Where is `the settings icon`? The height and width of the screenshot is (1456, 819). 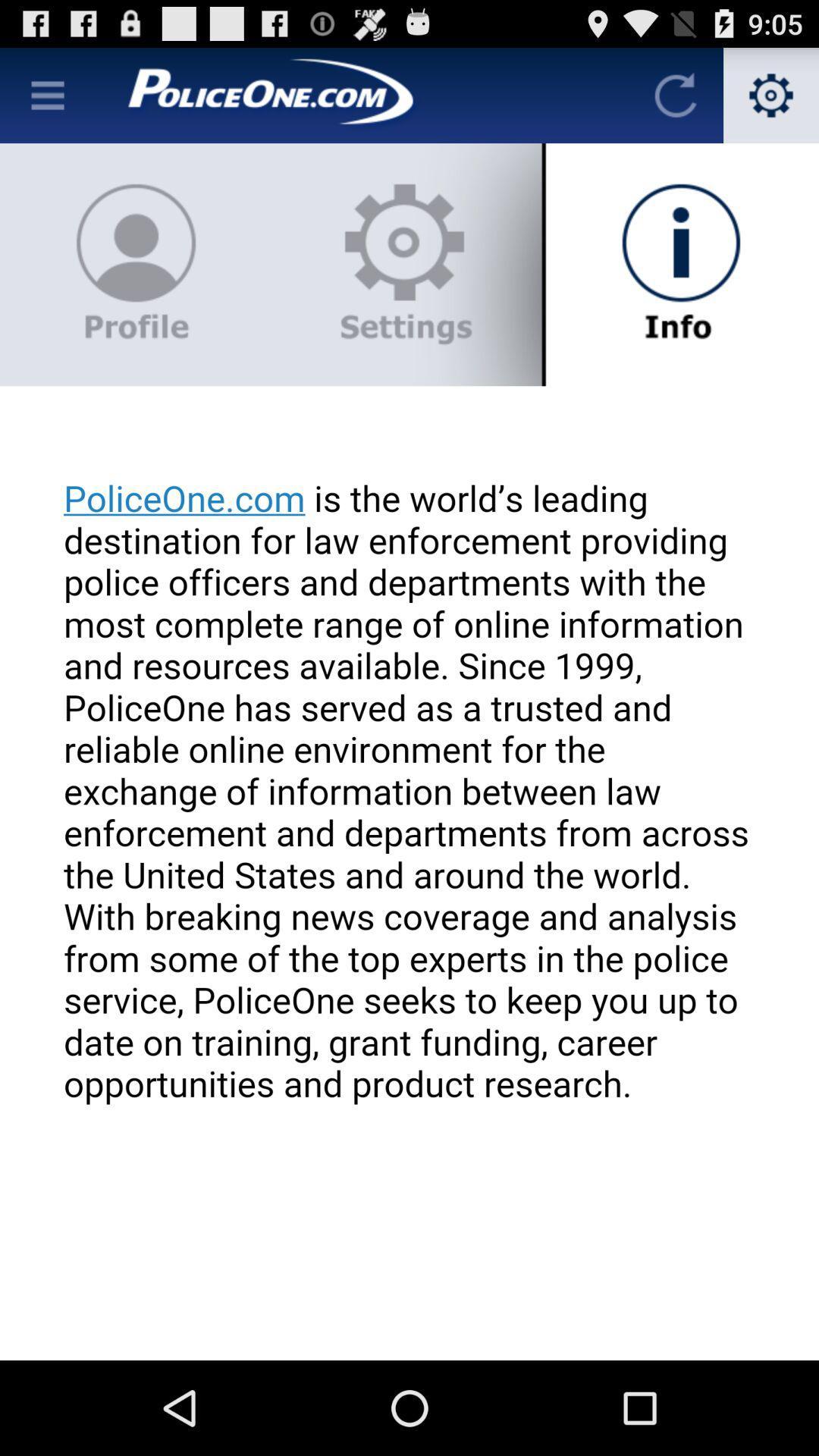 the settings icon is located at coordinates (771, 101).